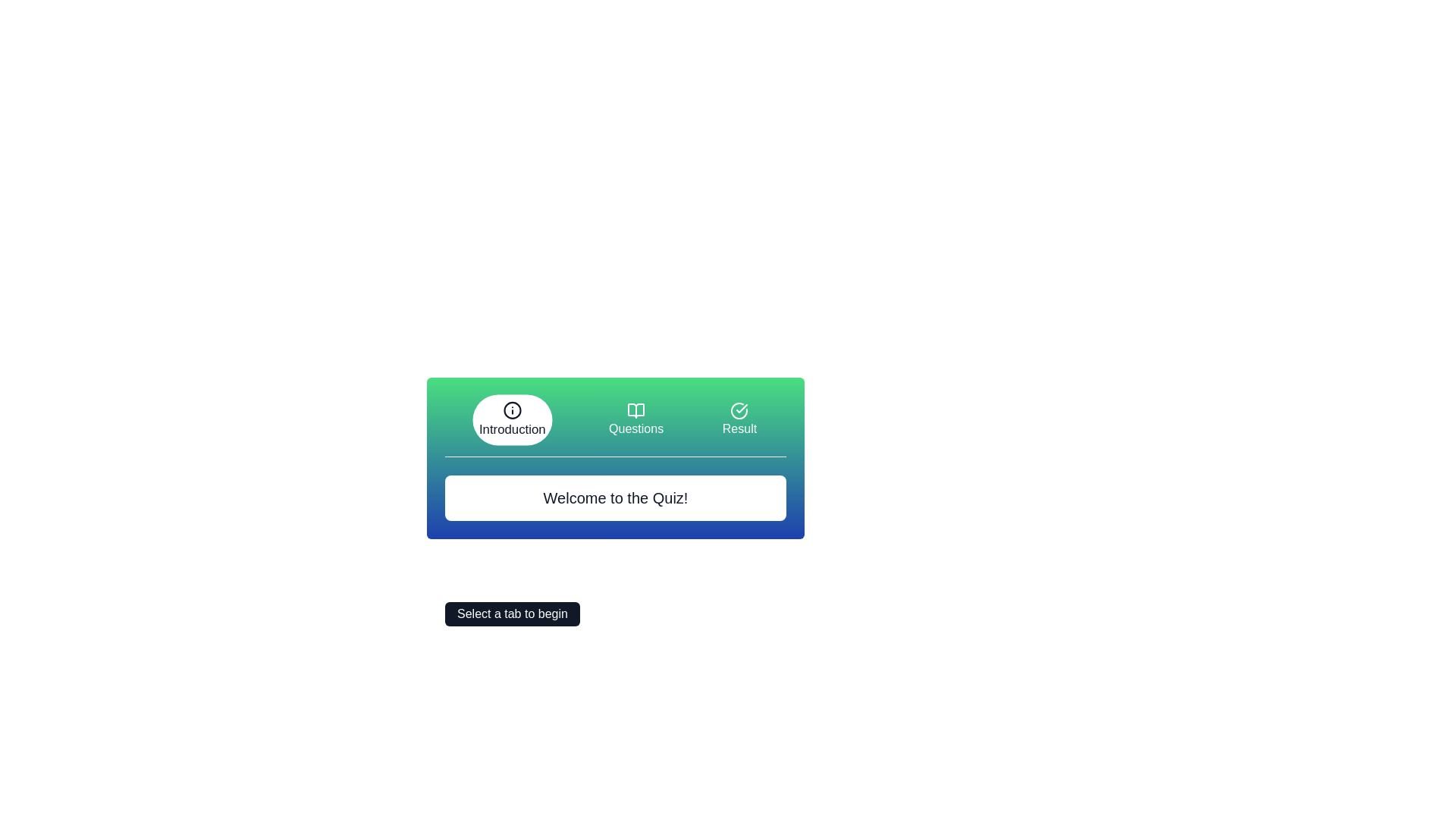  I want to click on the Result tab to display its content, so click(739, 420).